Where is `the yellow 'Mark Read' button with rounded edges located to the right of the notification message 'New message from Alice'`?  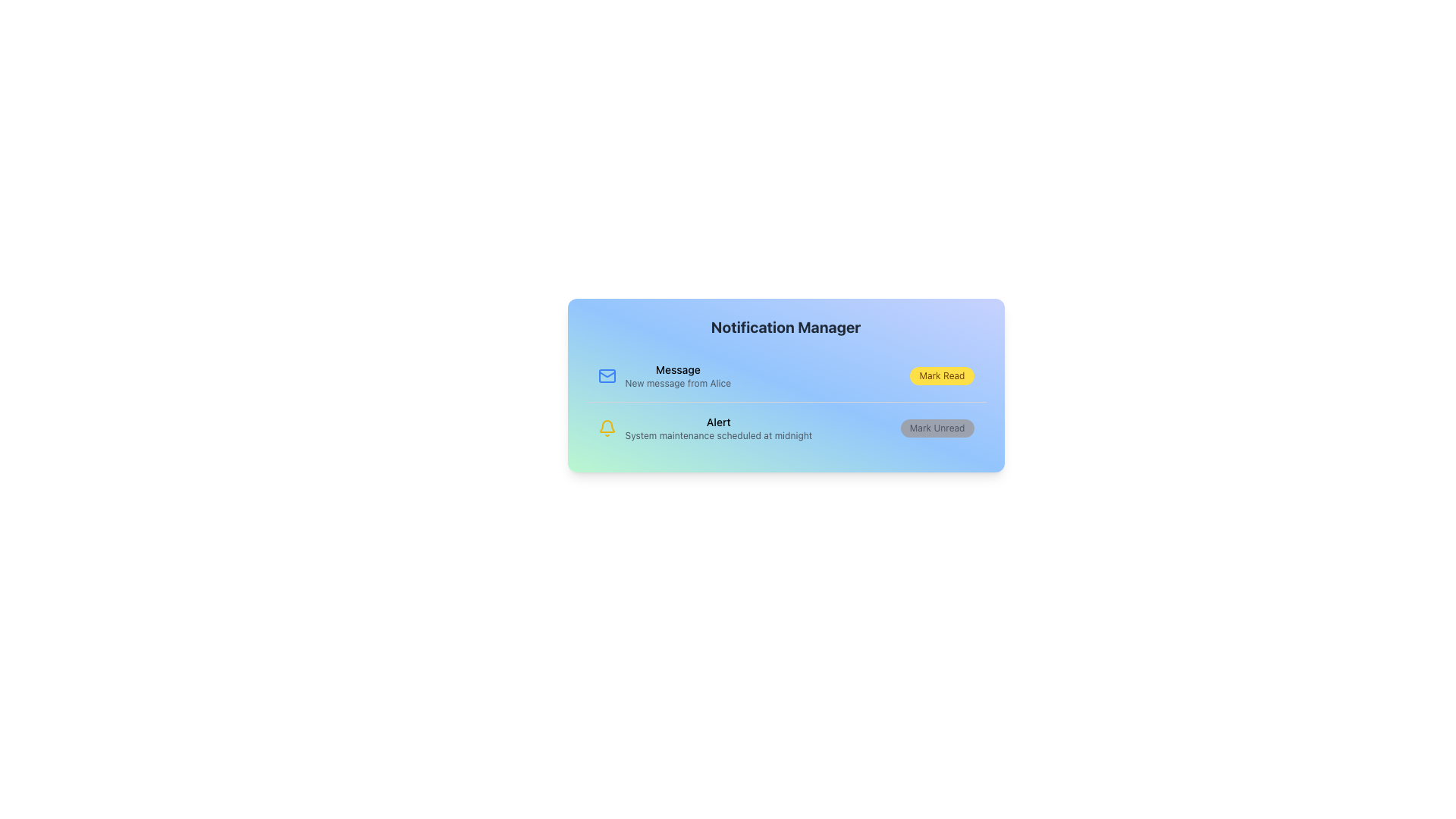
the yellow 'Mark Read' button with rounded edges located to the right of the notification message 'New message from Alice' is located at coordinates (941, 375).